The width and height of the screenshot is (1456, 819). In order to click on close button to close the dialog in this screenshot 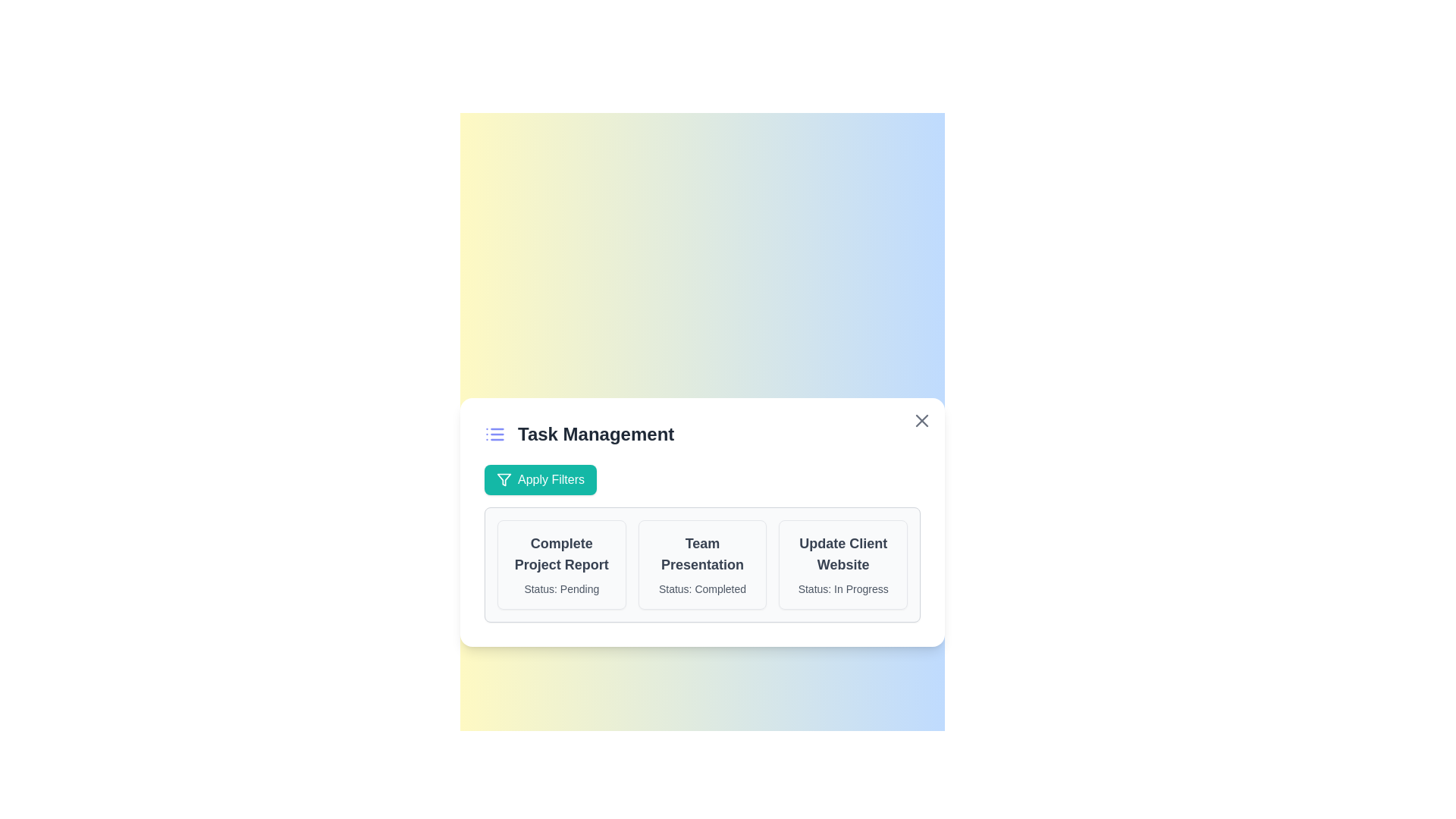, I will do `click(921, 421)`.